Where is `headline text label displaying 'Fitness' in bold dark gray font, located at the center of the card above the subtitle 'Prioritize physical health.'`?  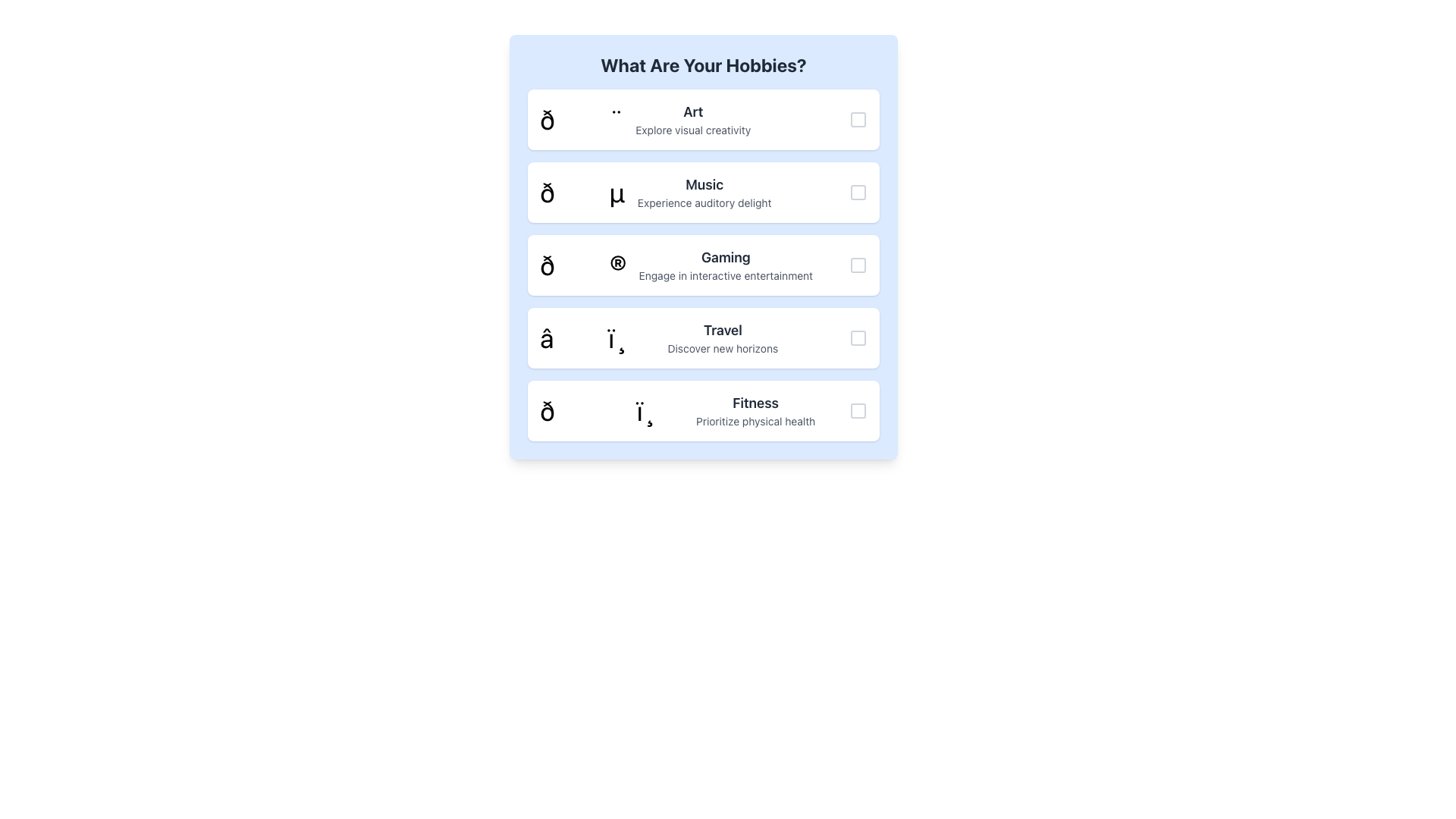
headline text label displaying 'Fitness' in bold dark gray font, located at the center of the card above the subtitle 'Prioritize physical health.' is located at coordinates (755, 403).